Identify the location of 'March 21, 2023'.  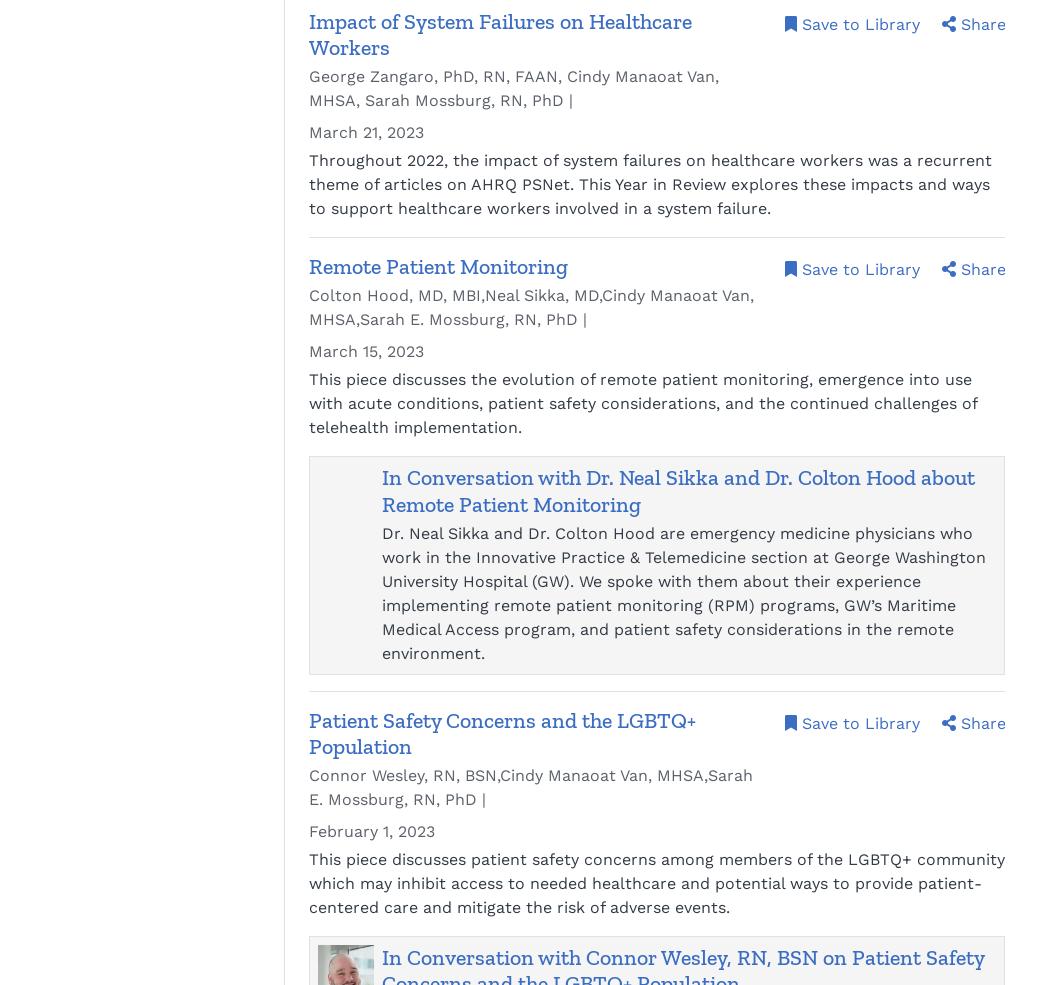
(308, 132).